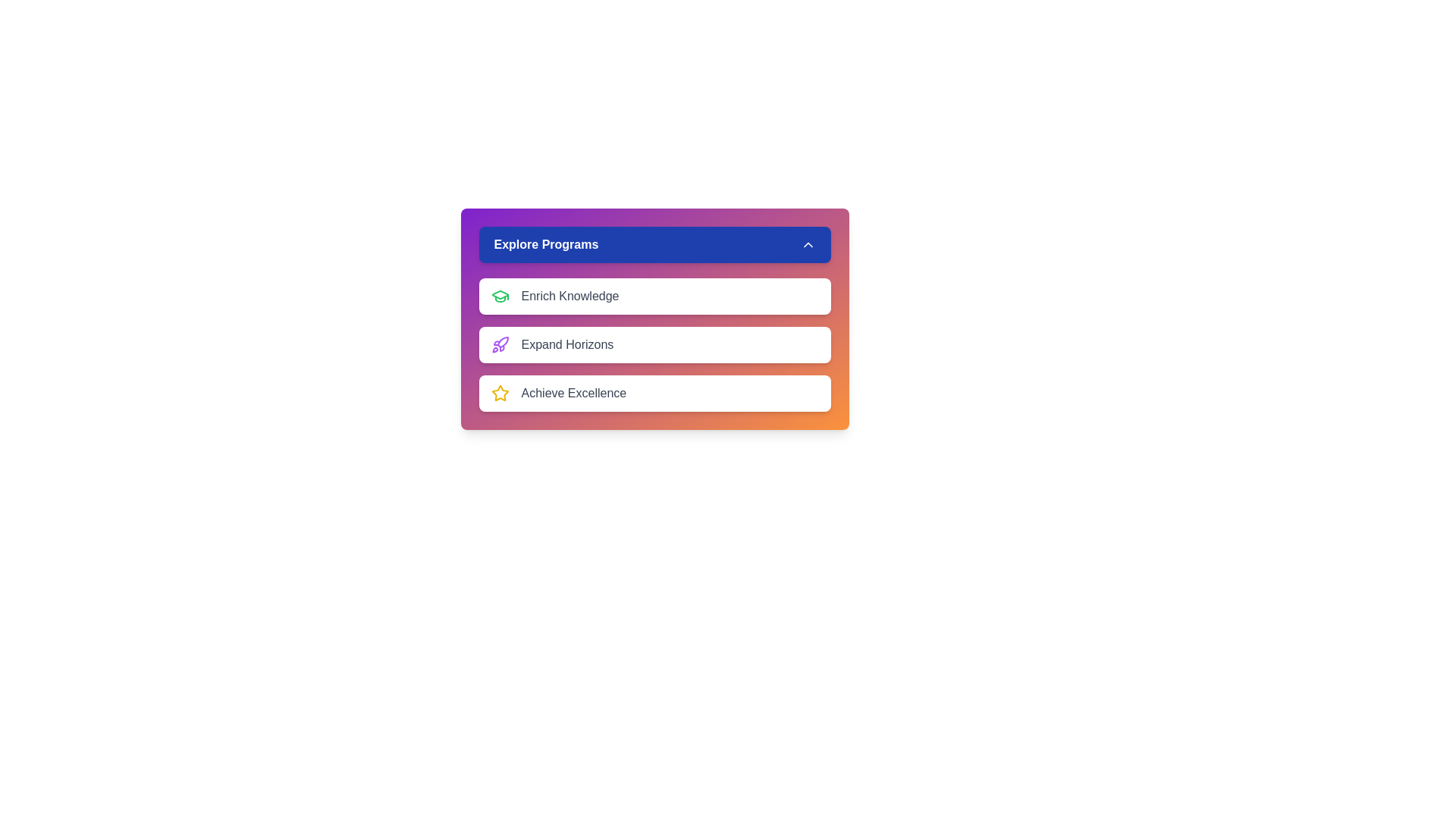 The width and height of the screenshot is (1456, 819). What do you see at coordinates (807, 244) in the screenshot?
I see `the chevron arrow icon located in the top-right corner of the 'Explore Programs' header bar` at bounding box center [807, 244].